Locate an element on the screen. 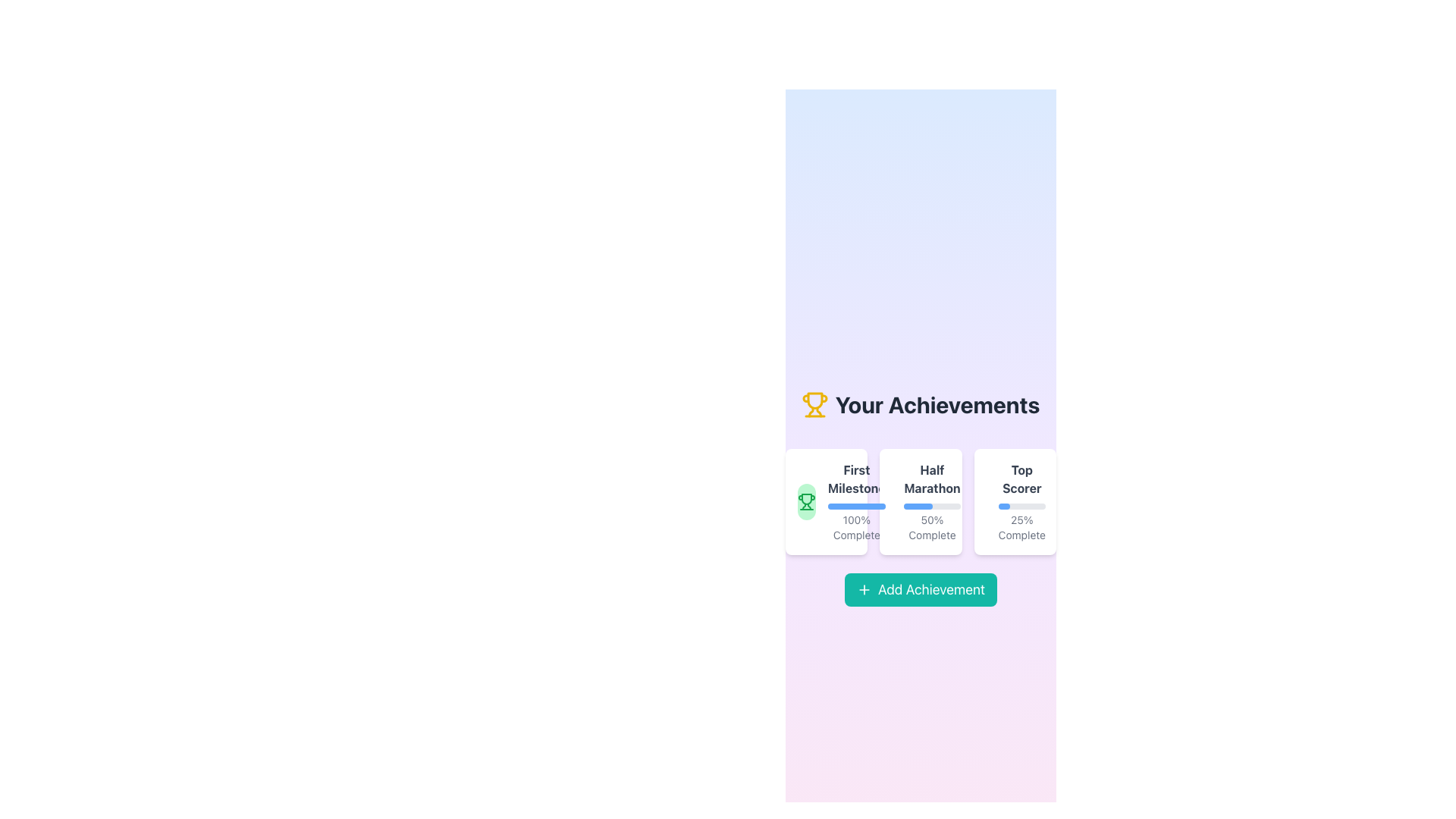 This screenshot has width=1456, height=819. the 'Add Achievement' icon, which is part of the button labeled 'Add Achievement' located at the bottom of the achievements section is located at coordinates (864, 589).